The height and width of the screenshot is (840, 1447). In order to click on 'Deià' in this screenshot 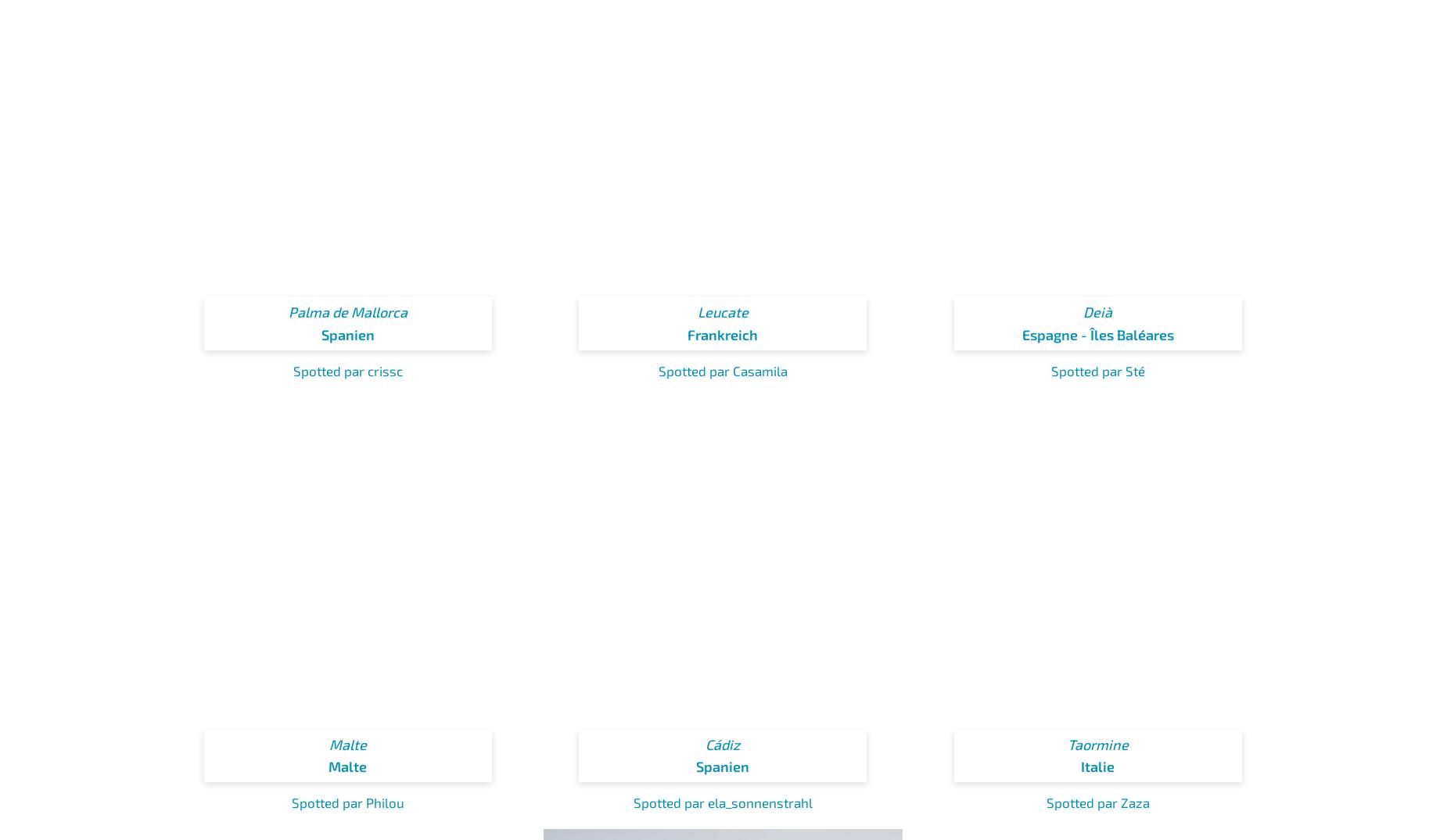, I will do `click(1097, 311)`.